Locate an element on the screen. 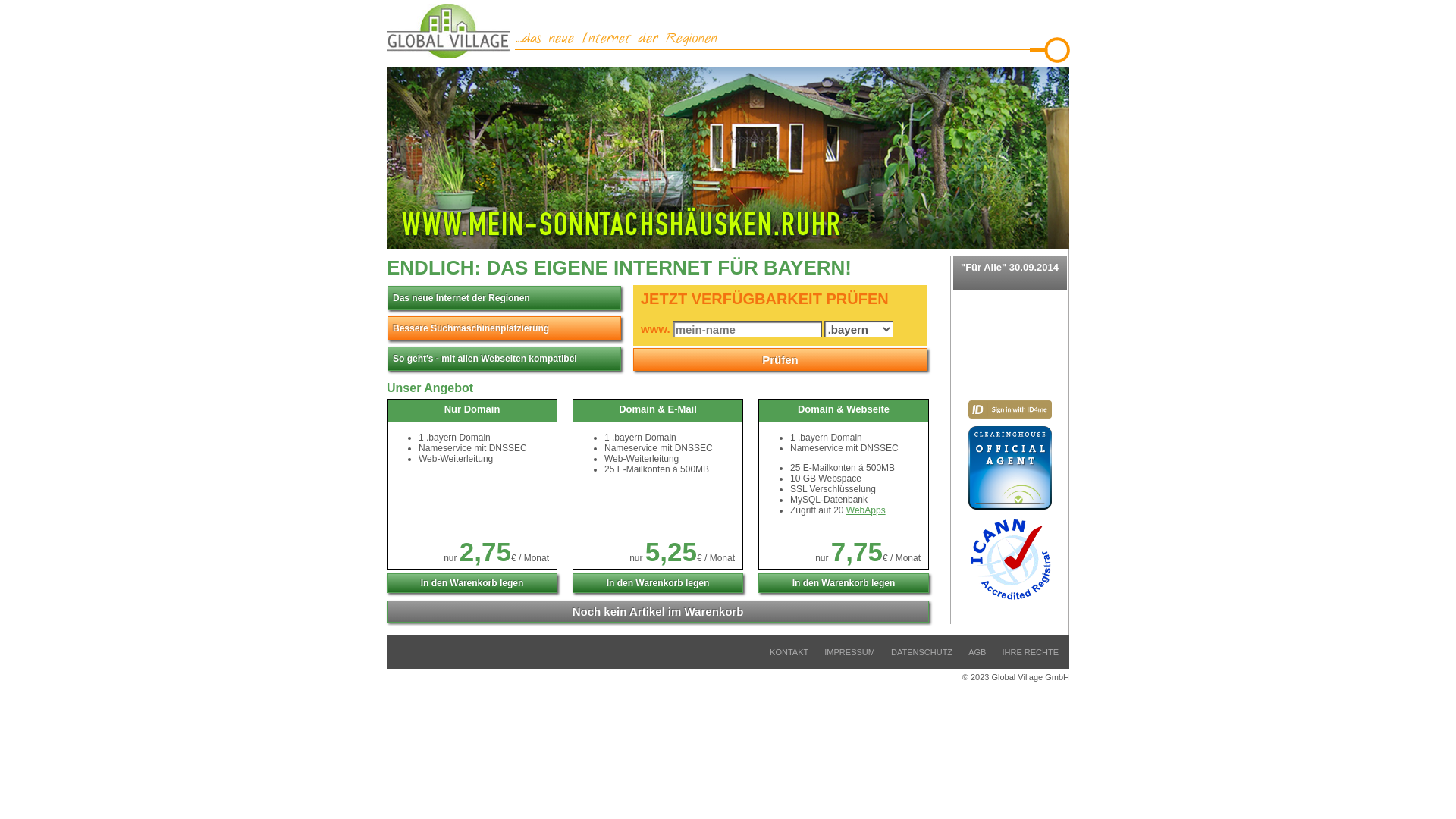 This screenshot has height=819, width=1456. 'Noch kein Artikel im Warenkorb' is located at coordinates (657, 610).